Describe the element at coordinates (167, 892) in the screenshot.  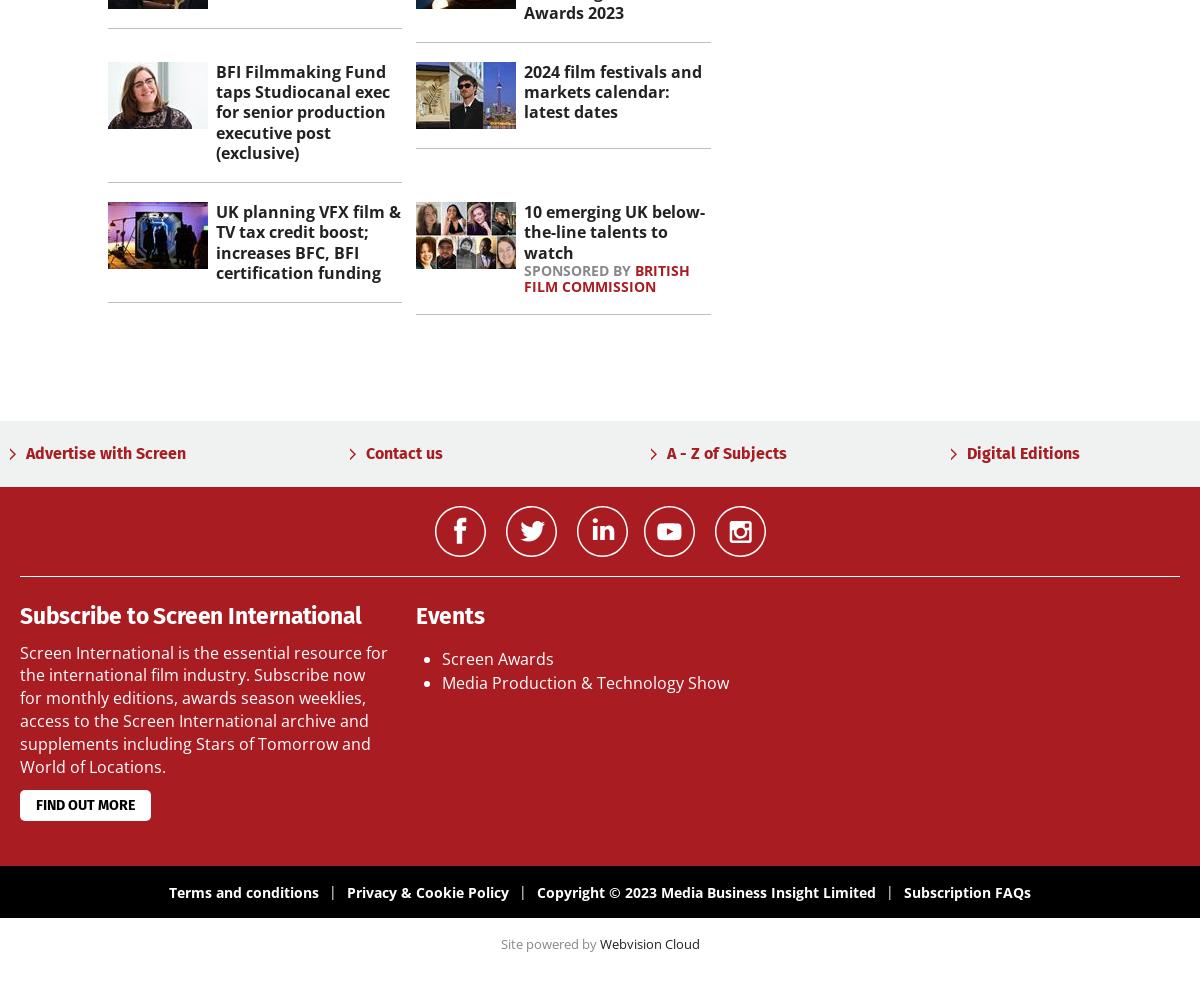
I see `'Terms and conditions'` at that location.